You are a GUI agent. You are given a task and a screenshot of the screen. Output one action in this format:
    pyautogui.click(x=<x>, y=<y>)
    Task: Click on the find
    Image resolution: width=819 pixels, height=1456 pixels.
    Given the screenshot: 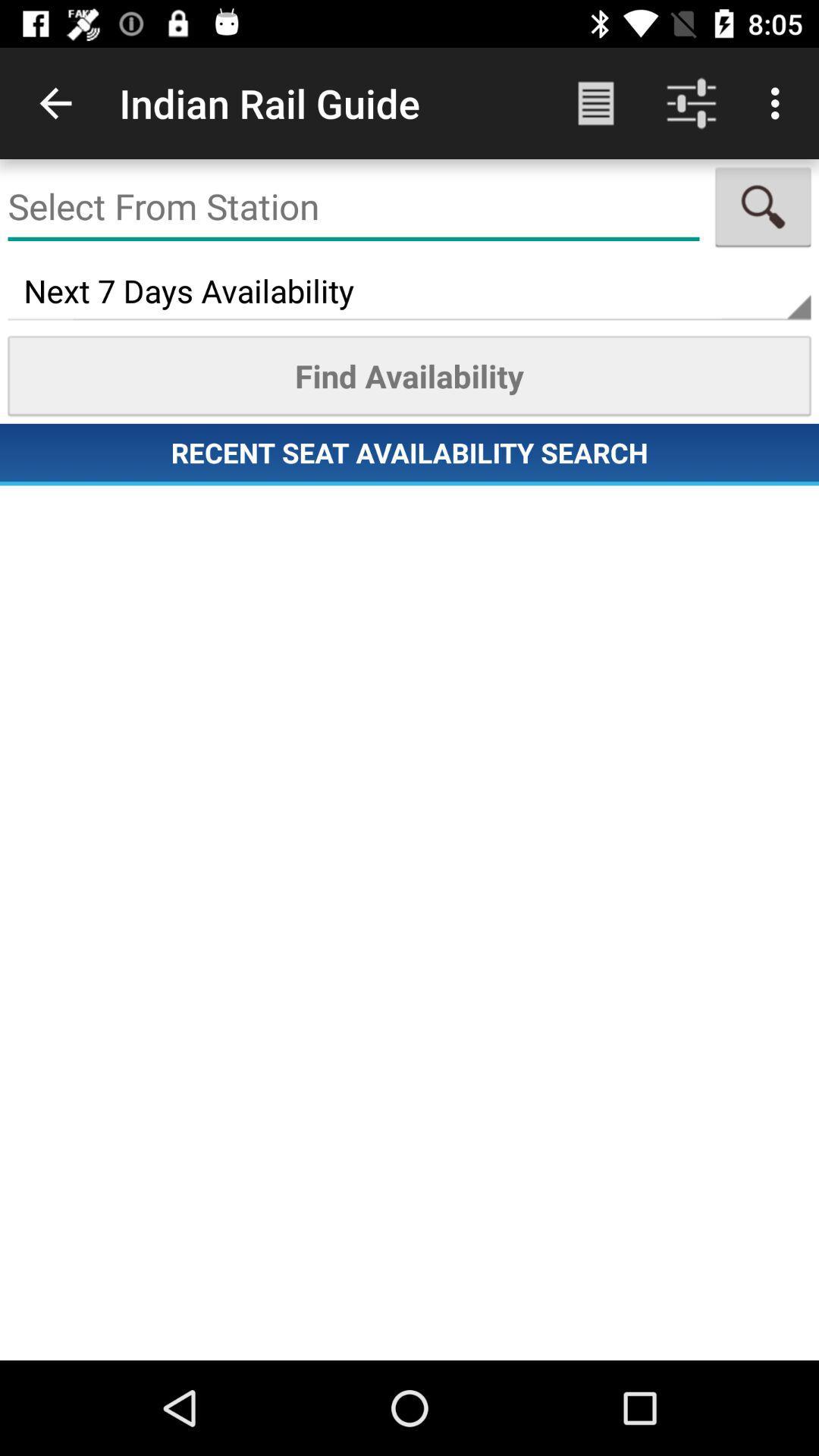 What is the action you would take?
    pyautogui.click(x=763, y=206)
    